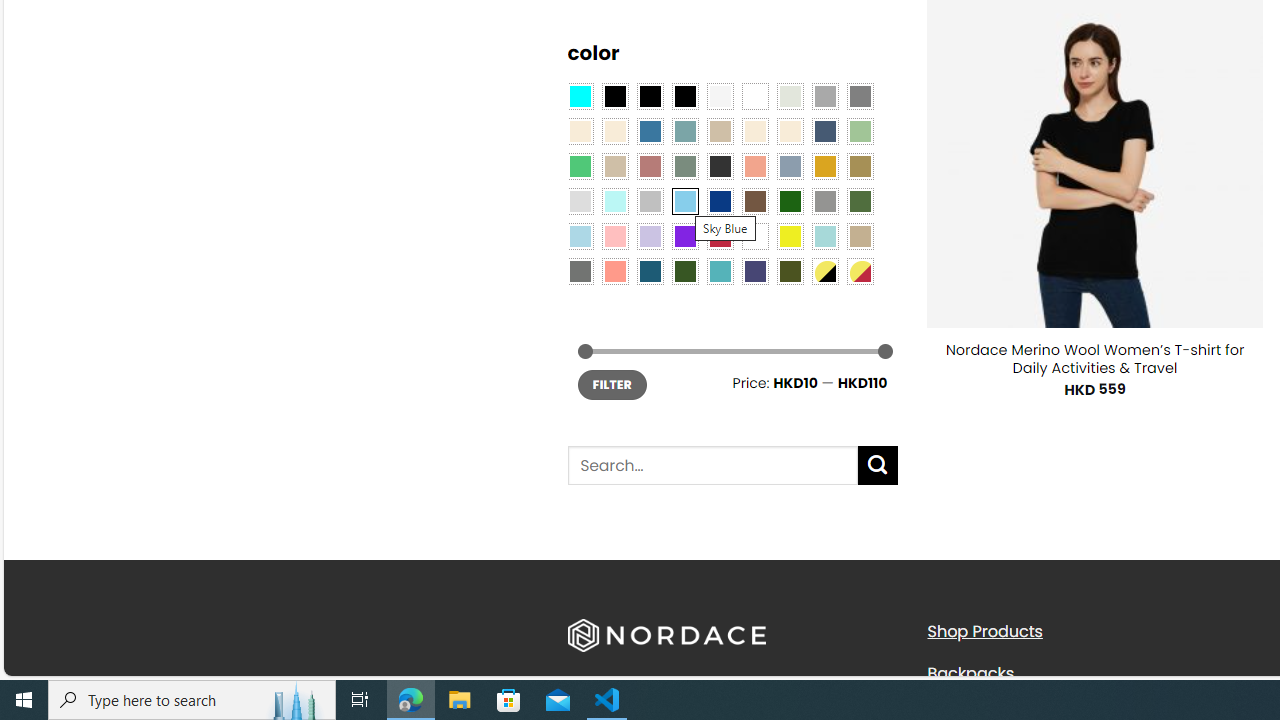 The width and height of the screenshot is (1280, 720). What do you see at coordinates (824, 164) in the screenshot?
I see `'Gold'` at bounding box center [824, 164].